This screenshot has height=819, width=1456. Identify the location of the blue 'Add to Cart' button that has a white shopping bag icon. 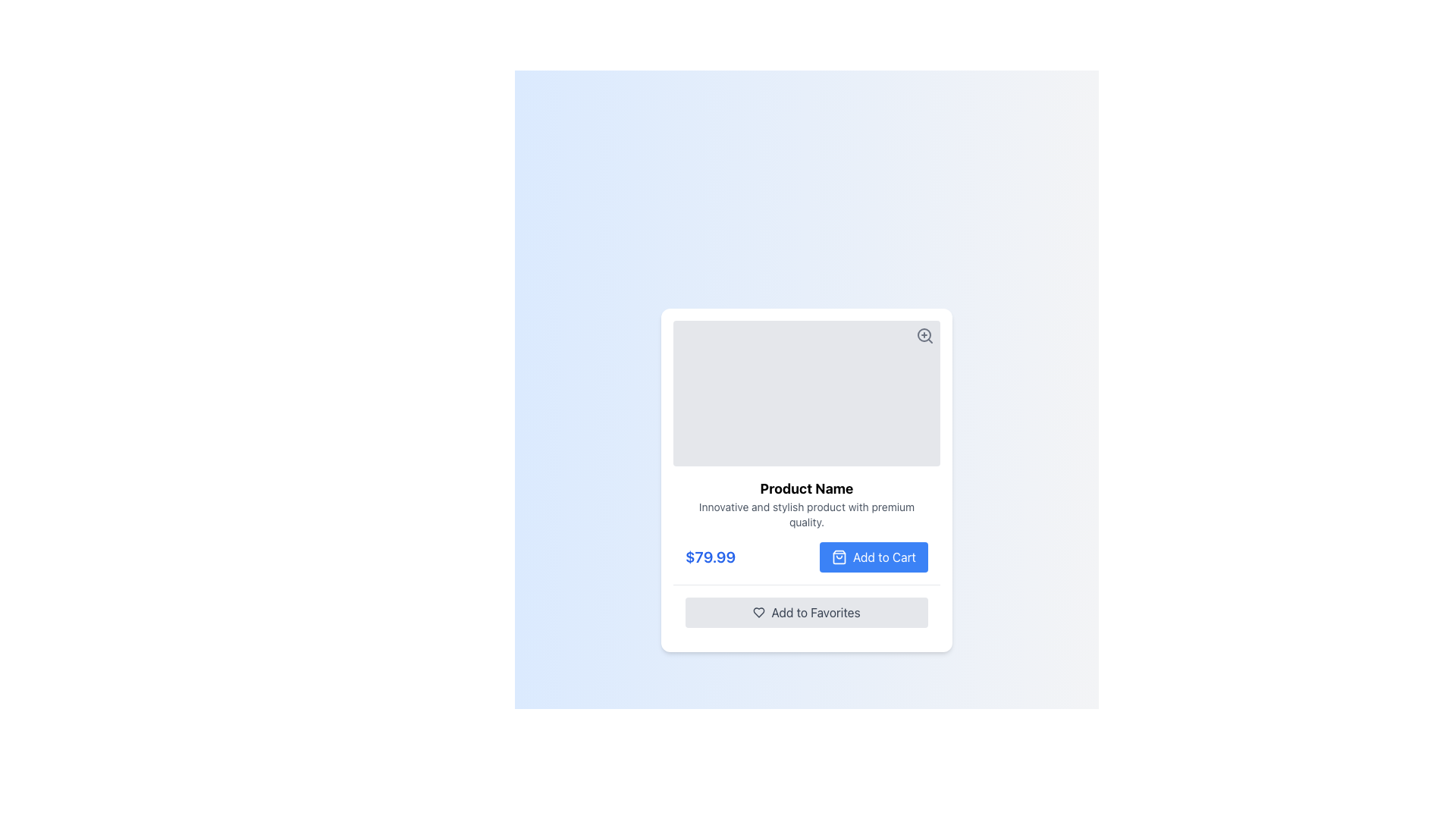
(874, 557).